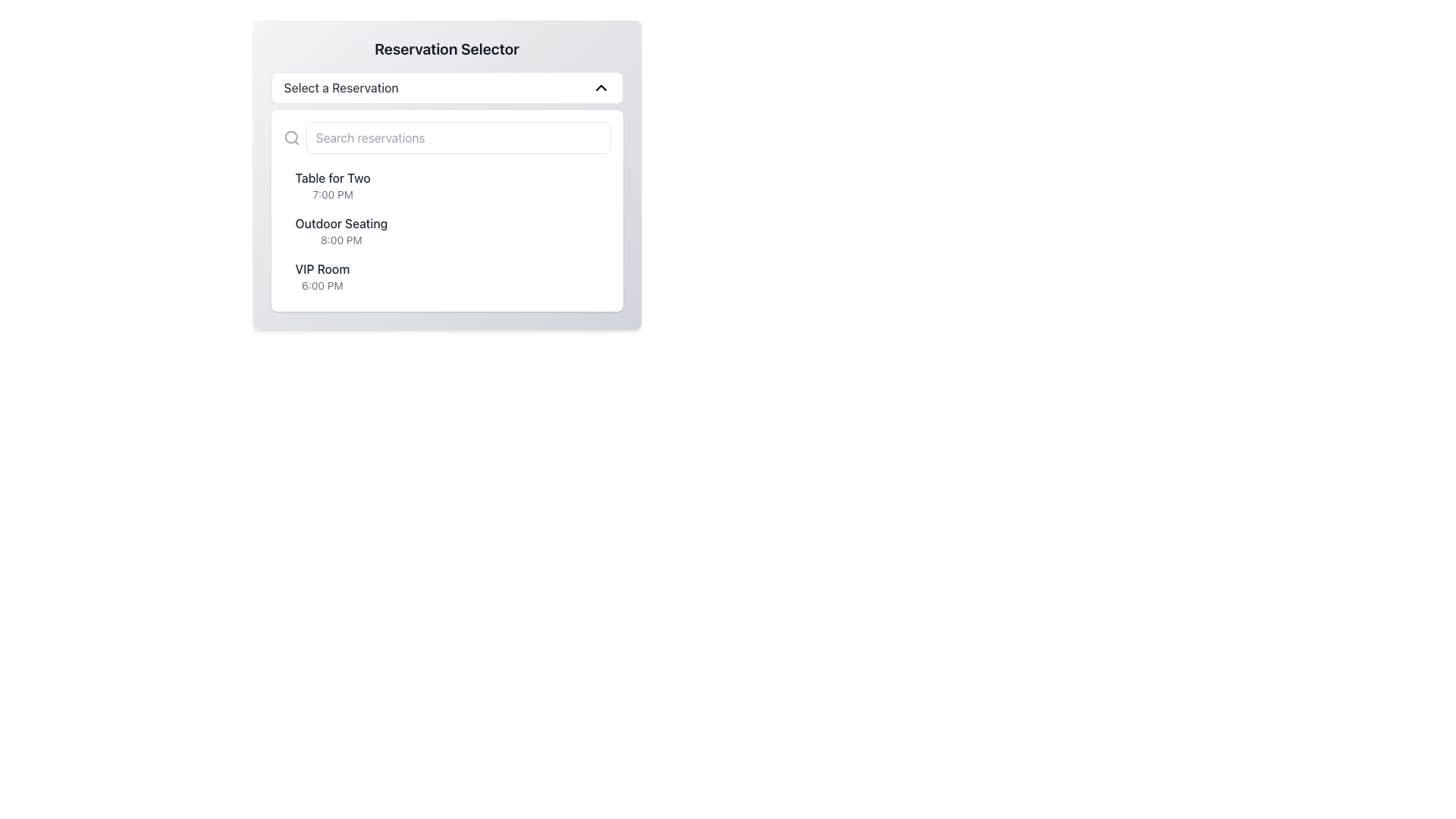 The height and width of the screenshot is (819, 1456). I want to click on the second list item for outdoor seating reservation at 8:00 PM, so click(340, 231).